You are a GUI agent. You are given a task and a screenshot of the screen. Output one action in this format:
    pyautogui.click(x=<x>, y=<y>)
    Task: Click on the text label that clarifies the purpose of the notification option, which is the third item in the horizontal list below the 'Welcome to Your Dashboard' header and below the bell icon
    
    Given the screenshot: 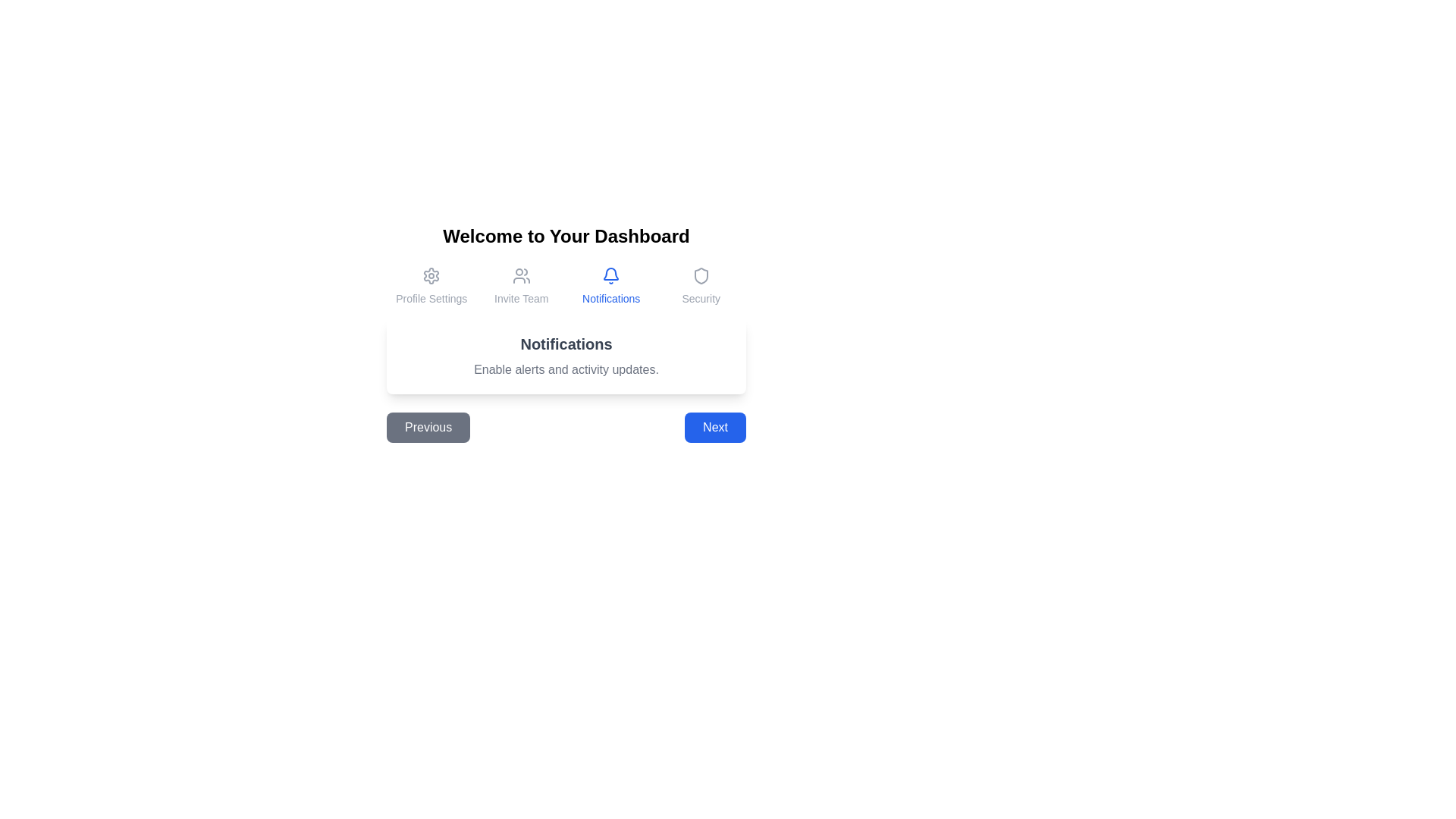 What is the action you would take?
    pyautogui.click(x=611, y=298)
    